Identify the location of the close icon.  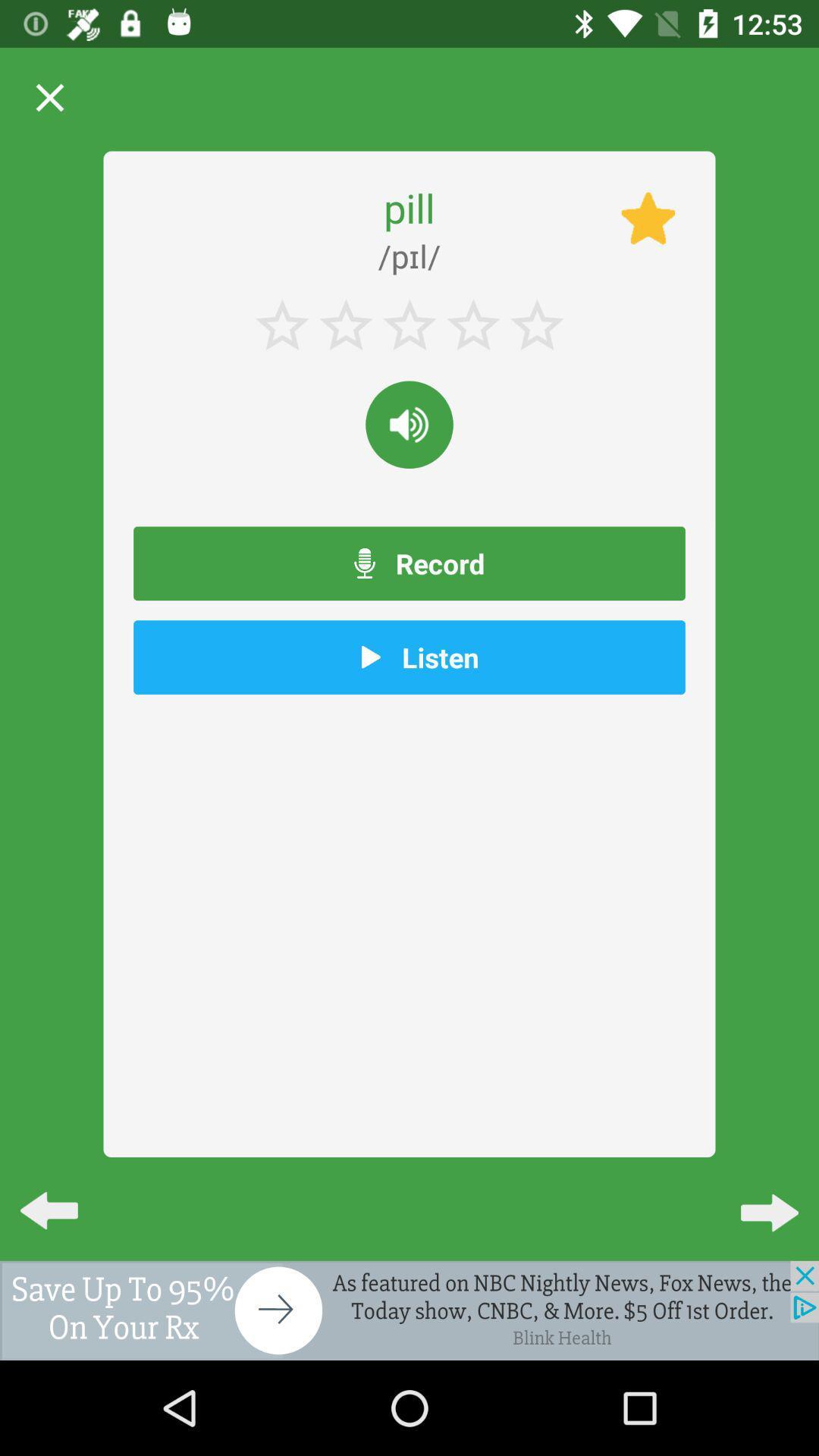
(49, 97).